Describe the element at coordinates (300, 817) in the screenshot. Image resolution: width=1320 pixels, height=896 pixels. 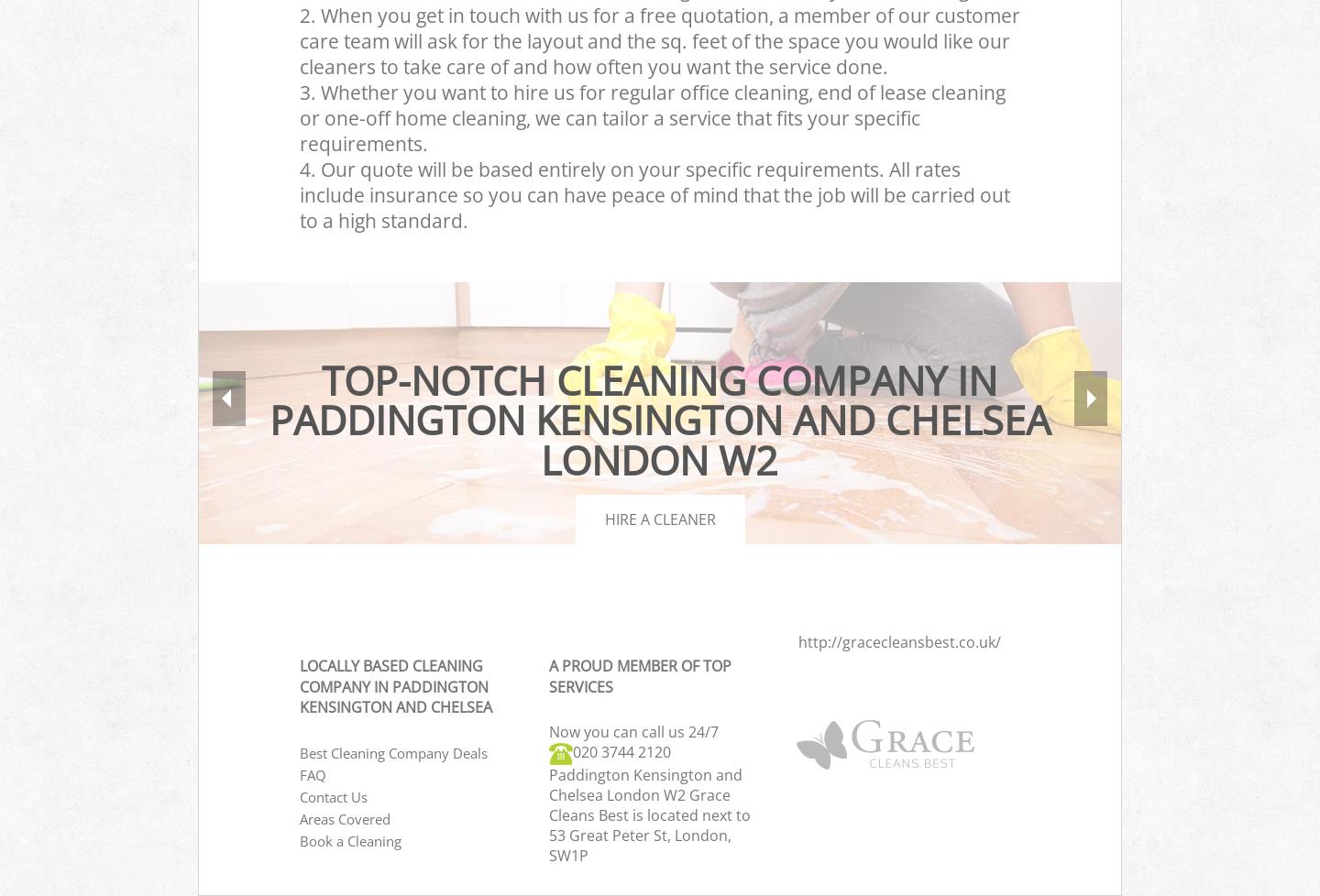
I see `'Areas Covered'` at that location.